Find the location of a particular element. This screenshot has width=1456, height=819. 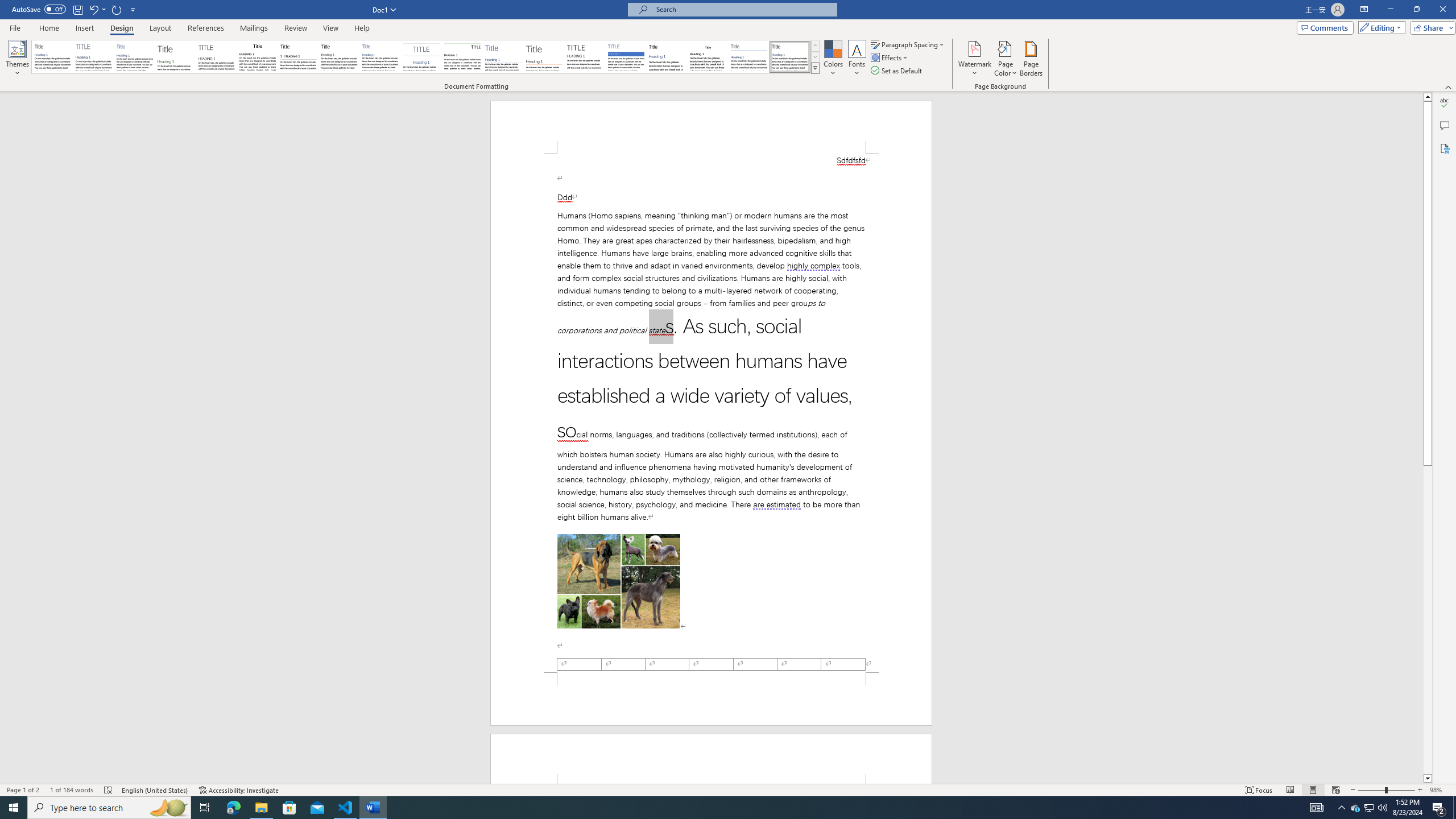

'AutomationID: QuickStylesSets' is located at coordinates (425, 56).